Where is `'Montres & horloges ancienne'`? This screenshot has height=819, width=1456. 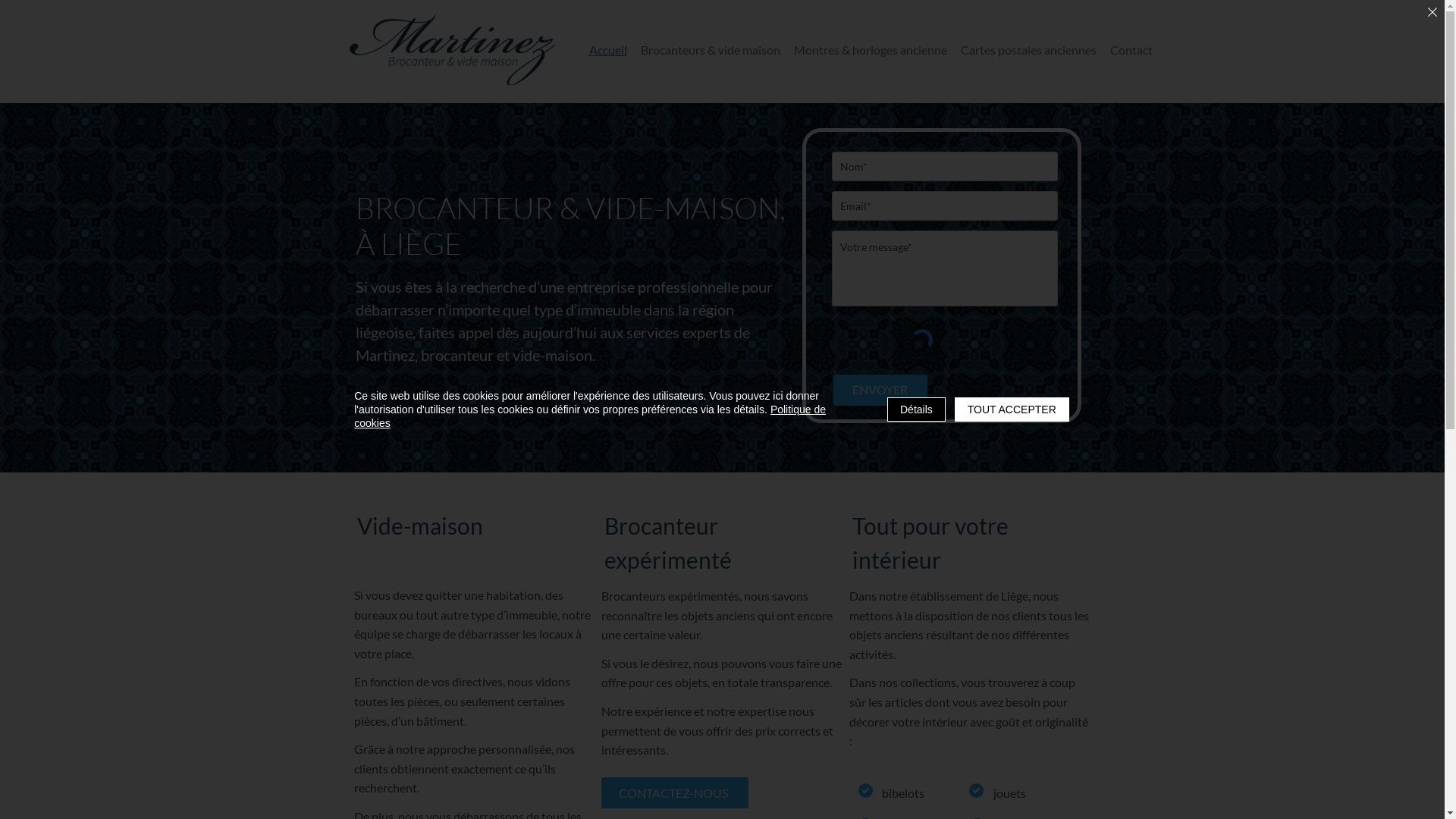
'Montres & horloges ancienne' is located at coordinates (870, 49).